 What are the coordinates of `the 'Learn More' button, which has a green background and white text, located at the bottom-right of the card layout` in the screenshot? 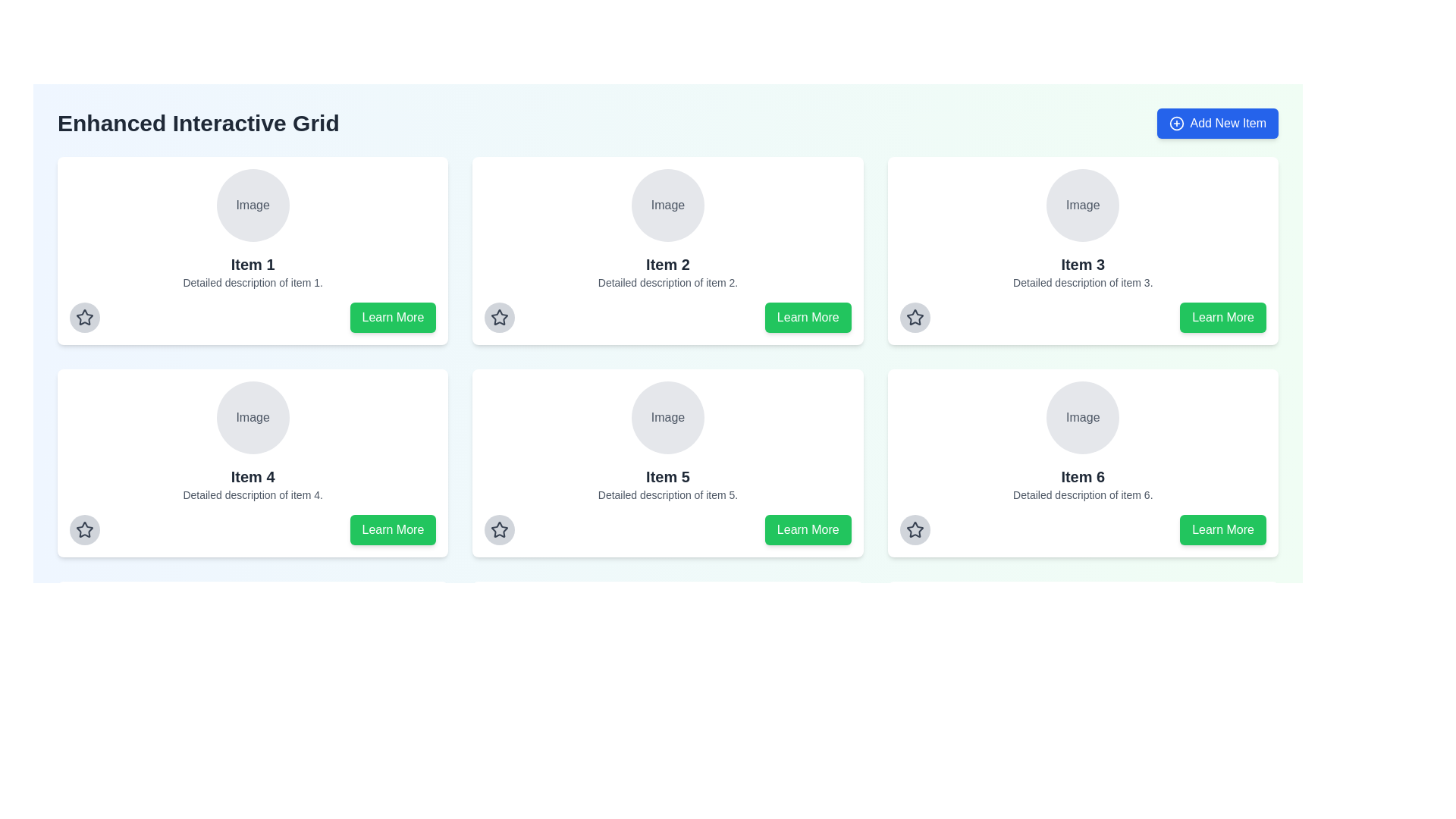 It's located at (393, 317).